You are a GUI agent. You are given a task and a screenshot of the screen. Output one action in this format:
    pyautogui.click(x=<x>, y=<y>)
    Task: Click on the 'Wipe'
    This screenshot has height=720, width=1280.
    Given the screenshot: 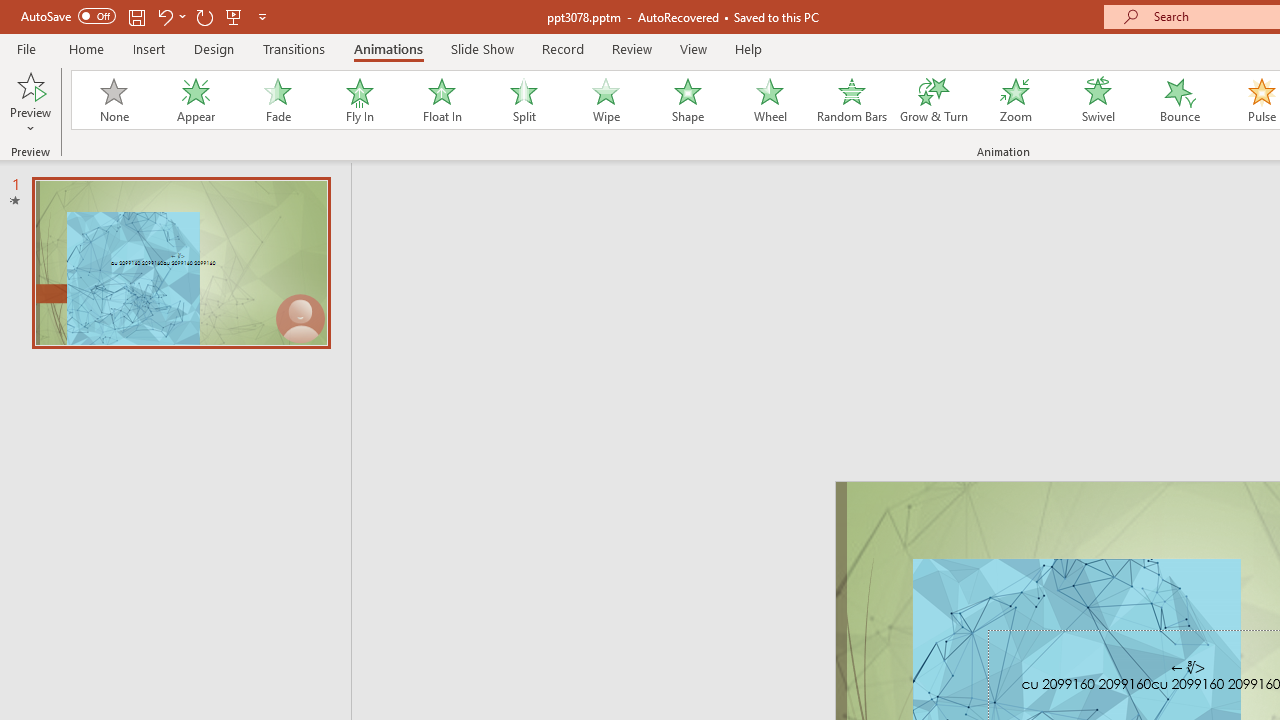 What is the action you would take?
    pyautogui.click(x=604, y=100)
    